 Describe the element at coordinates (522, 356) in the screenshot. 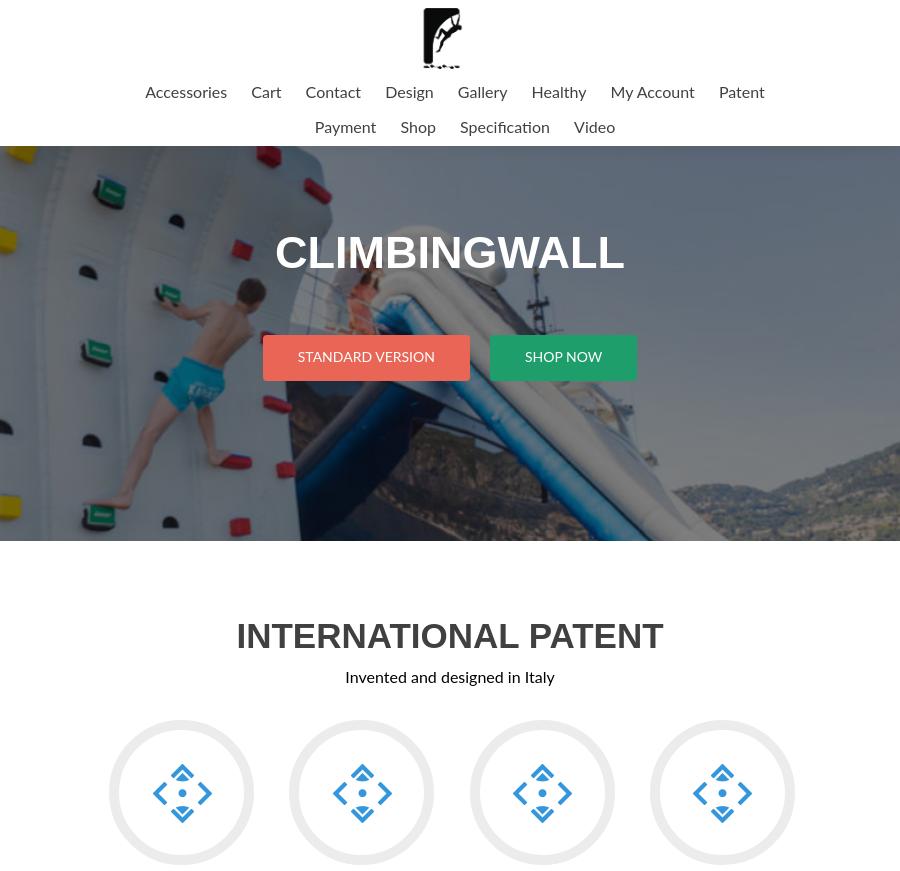

I see `'Shop Now'` at that location.